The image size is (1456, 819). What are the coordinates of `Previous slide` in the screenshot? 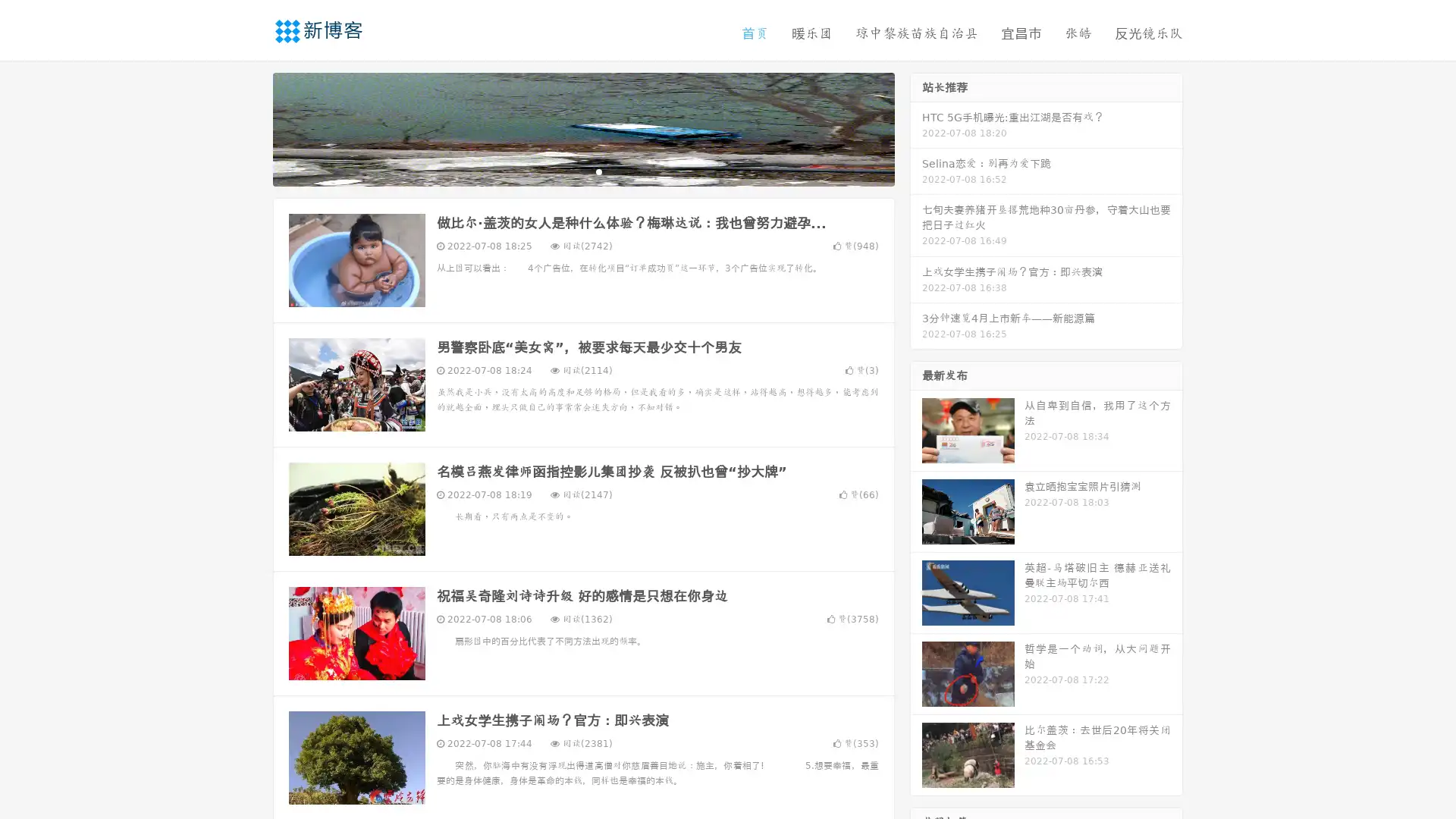 It's located at (250, 127).